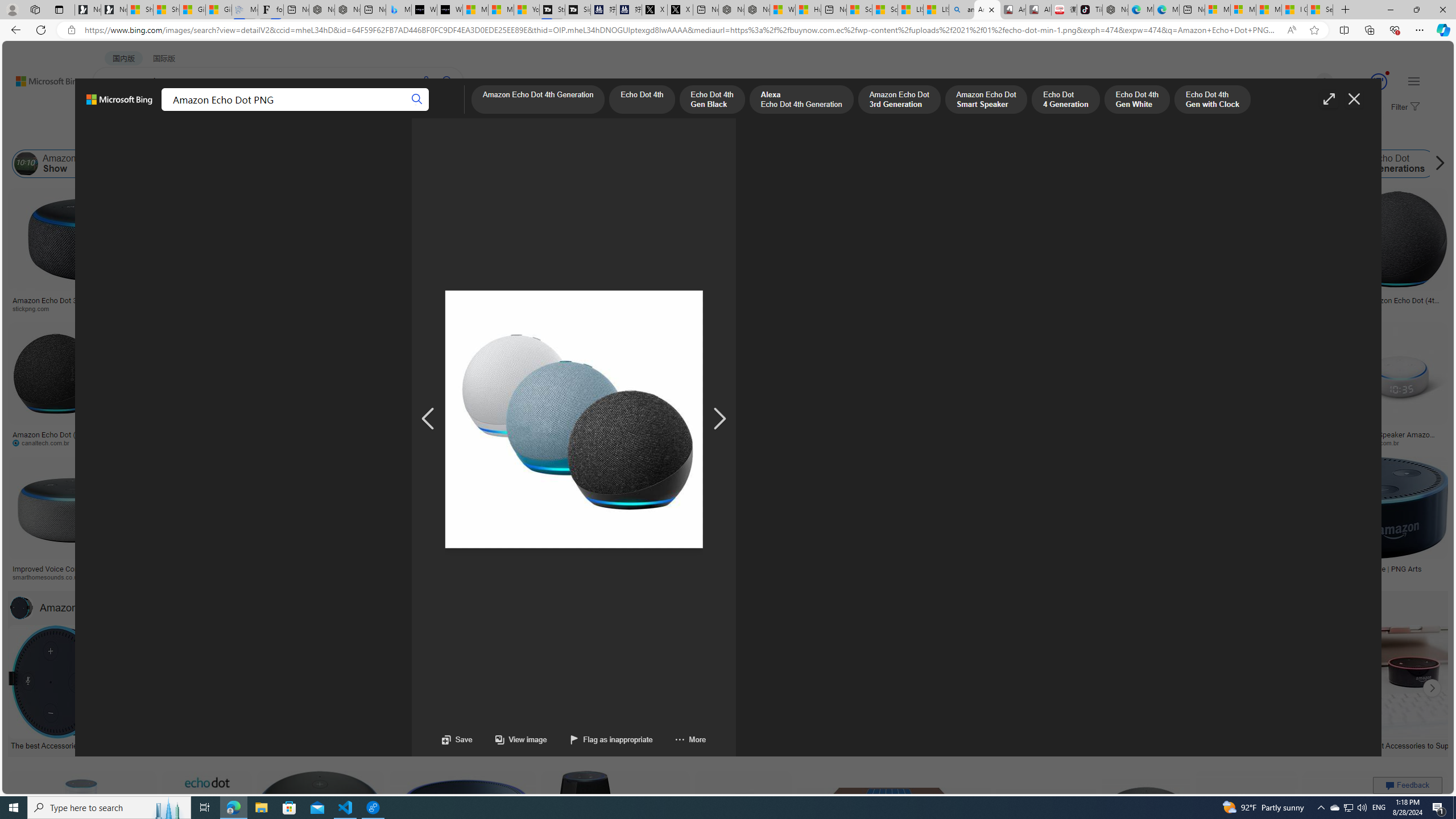 The width and height of the screenshot is (1456, 819). I want to click on 'Color', so click(173, 135).